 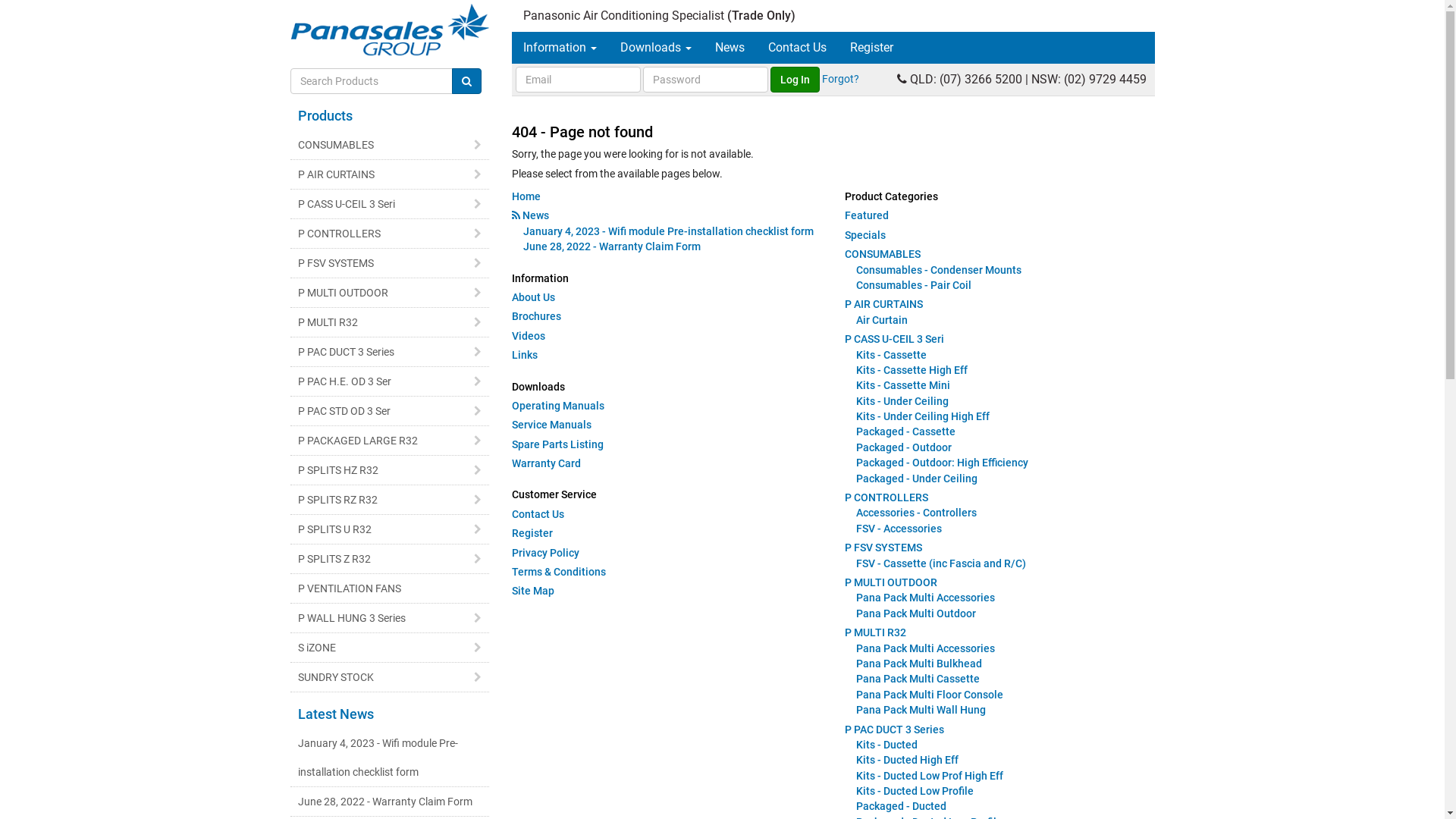 I want to click on 'Kits - Under Ceiling High Eff', so click(x=922, y=416).